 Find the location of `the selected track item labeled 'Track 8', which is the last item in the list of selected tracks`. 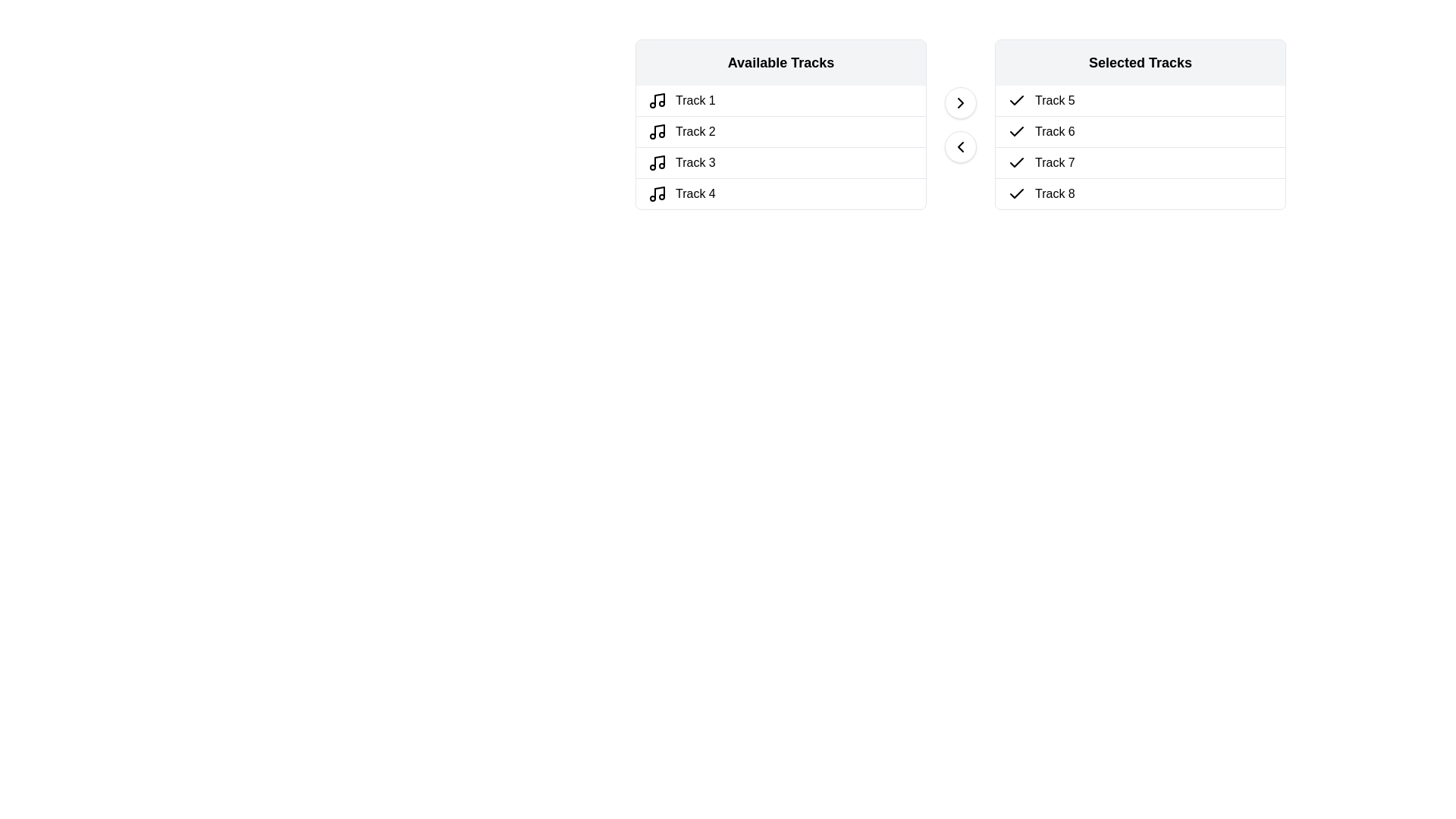

the selected track item labeled 'Track 8', which is the last item in the list of selected tracks is located at coordinates (1140, 192).